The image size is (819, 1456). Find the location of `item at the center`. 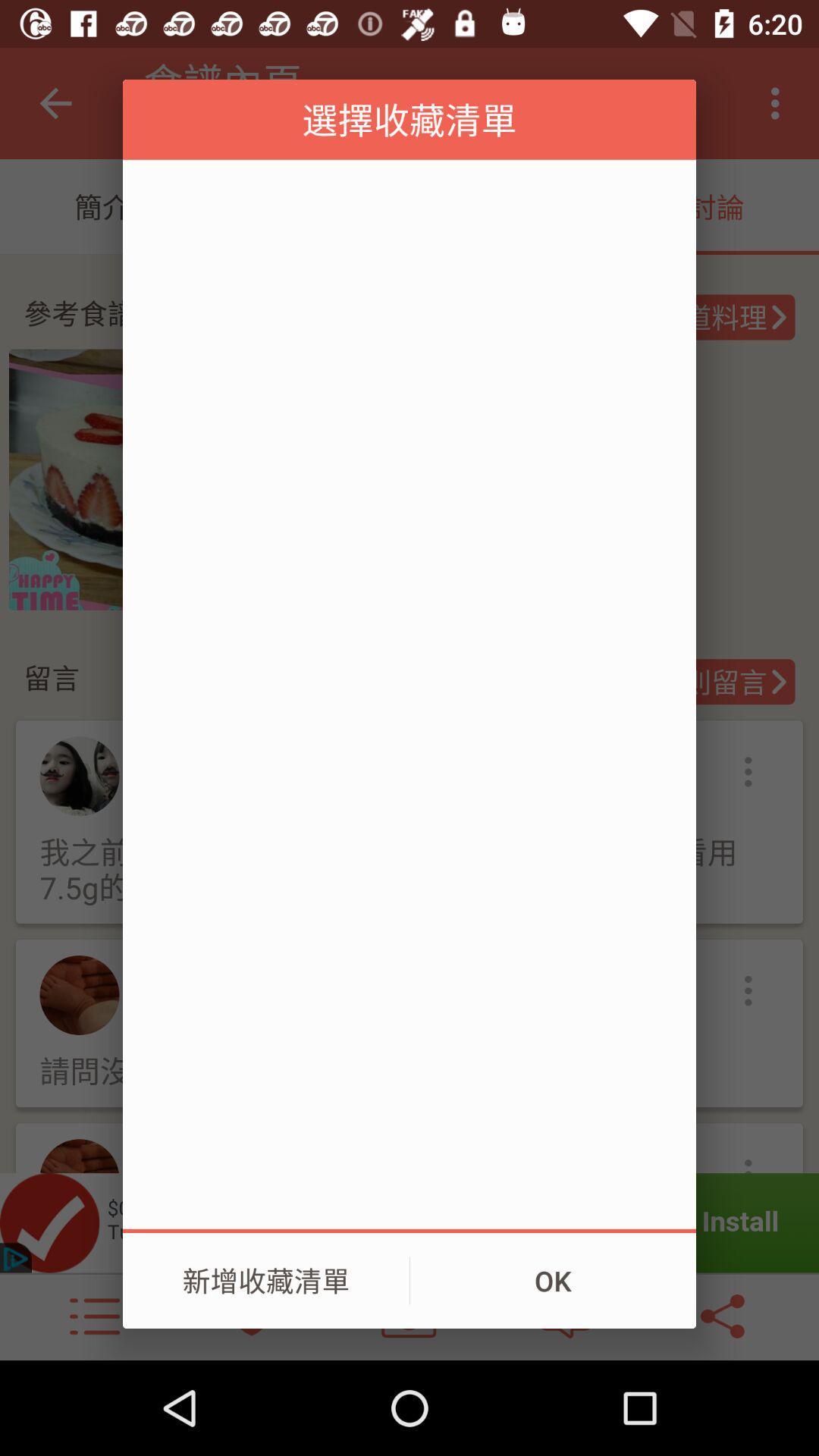

item at the center is located at coordinates (409, 693).